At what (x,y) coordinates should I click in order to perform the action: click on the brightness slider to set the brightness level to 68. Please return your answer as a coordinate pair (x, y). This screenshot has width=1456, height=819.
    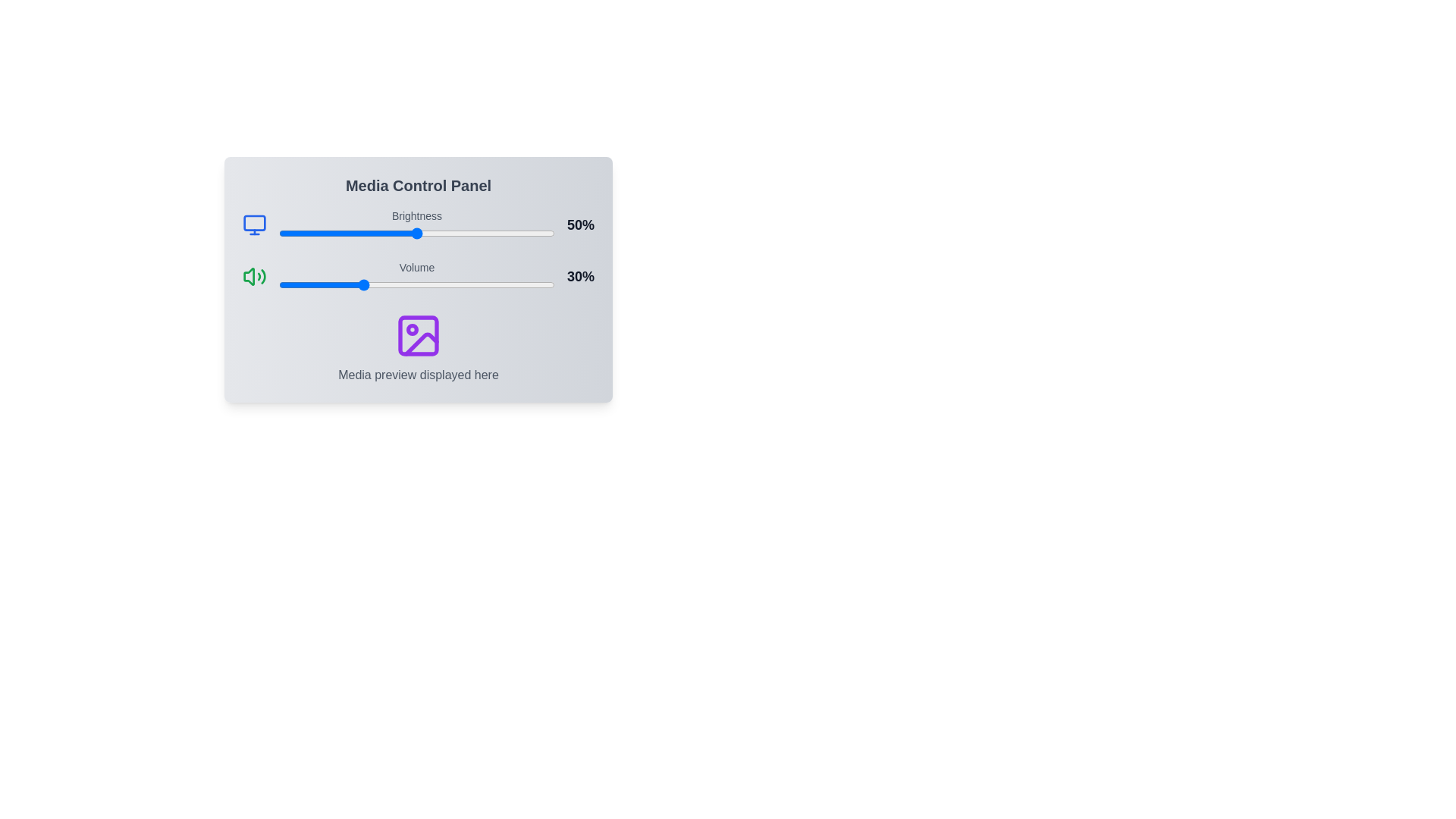
    Looking at the image, I should click on (465, 234).